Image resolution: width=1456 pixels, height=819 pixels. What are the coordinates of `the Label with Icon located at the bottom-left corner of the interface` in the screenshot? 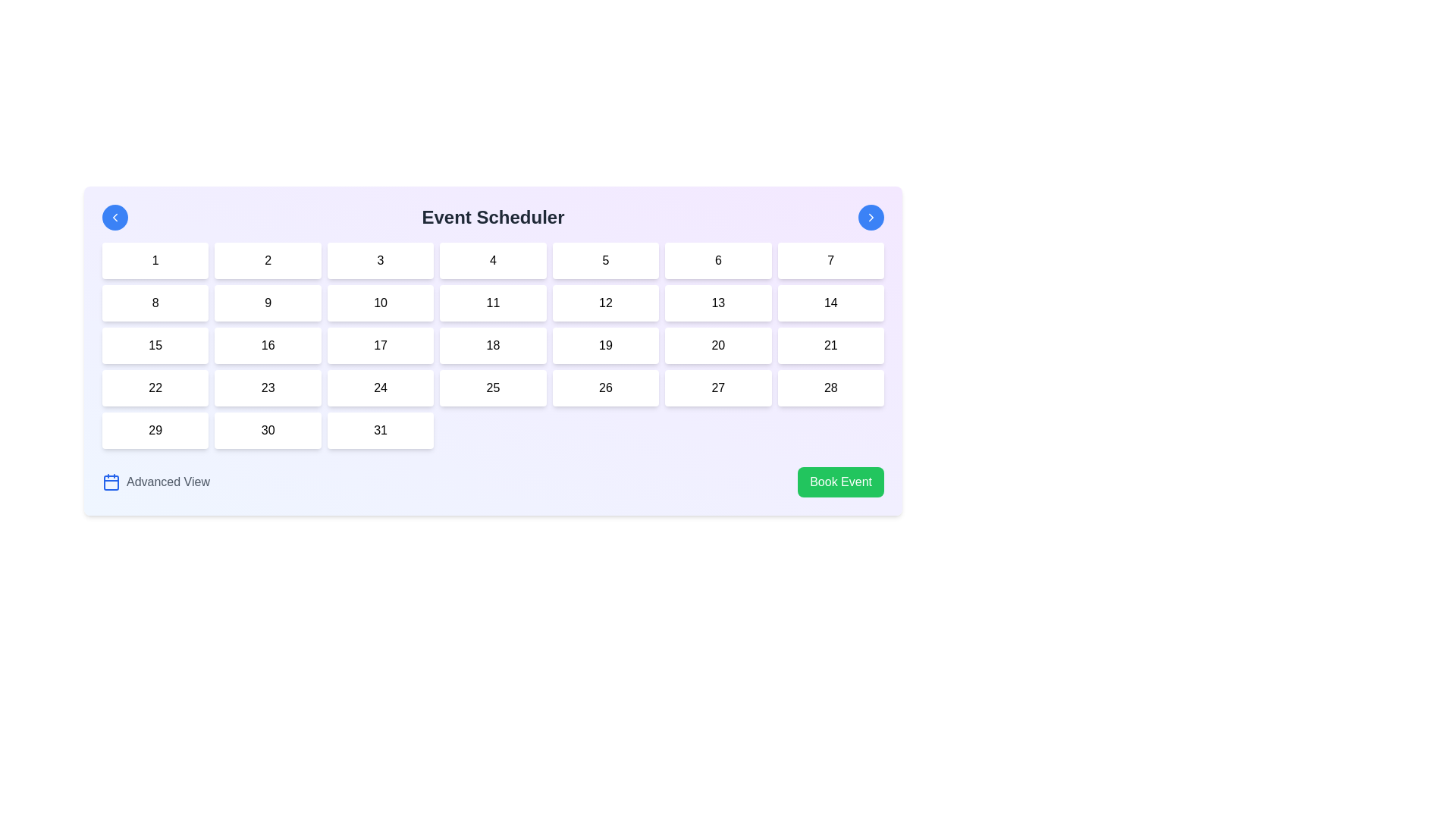 It's located at (156, 482).